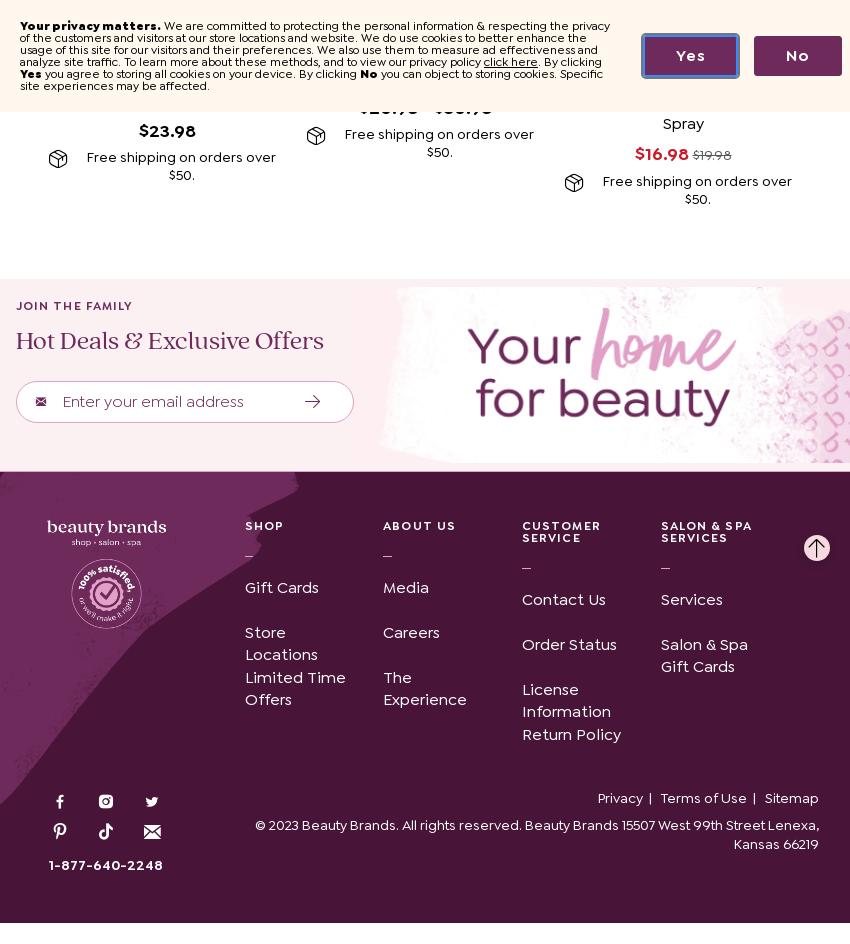 This screenshot has height=944, width=850. Describe the element at coordinates (563, 598) in the screenshot. I see `'Contact Us'` at that location.